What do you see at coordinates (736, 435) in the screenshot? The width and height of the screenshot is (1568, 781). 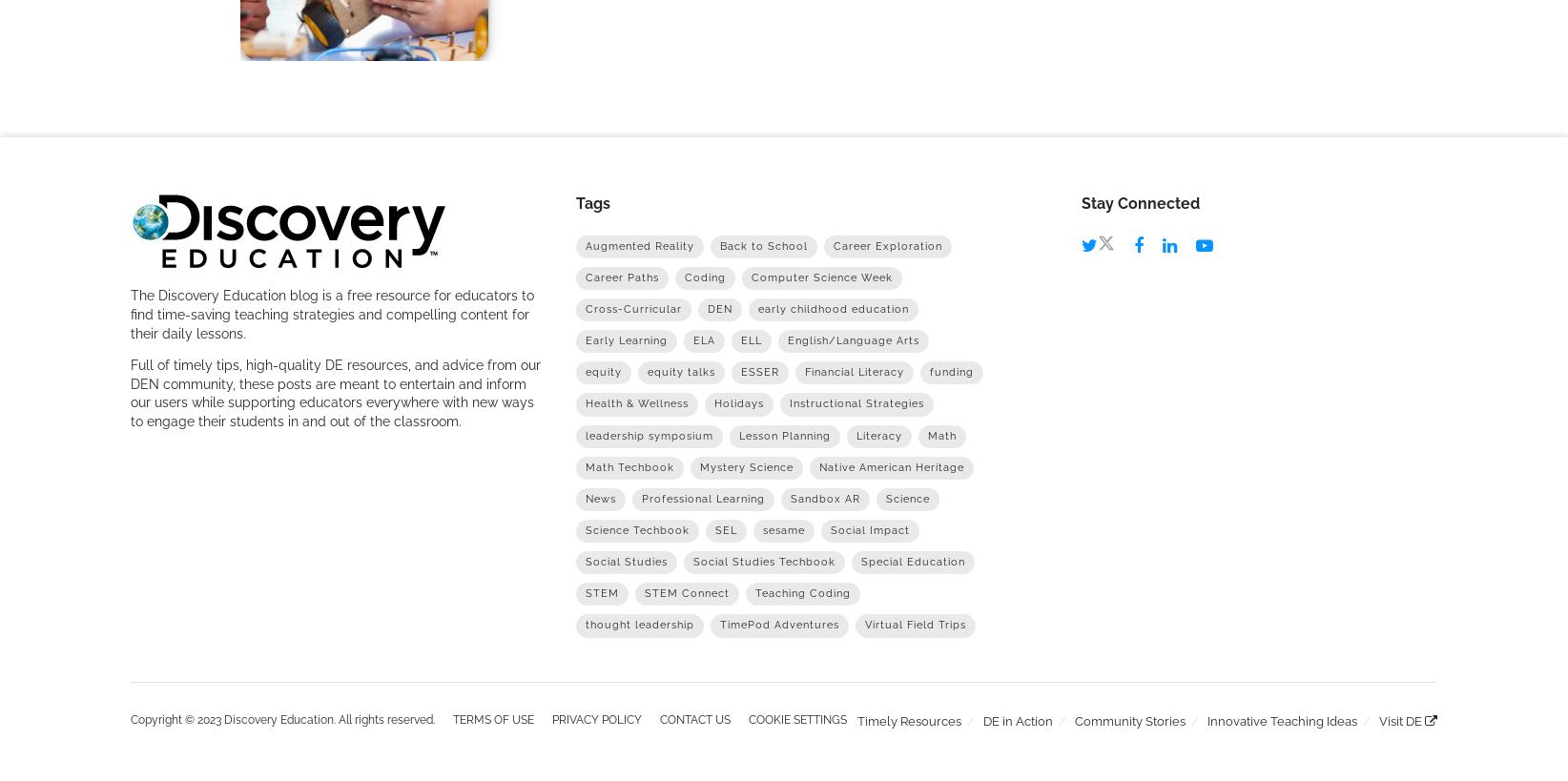 I see `'Lesson Planning'` at bounding box center [736, 435].